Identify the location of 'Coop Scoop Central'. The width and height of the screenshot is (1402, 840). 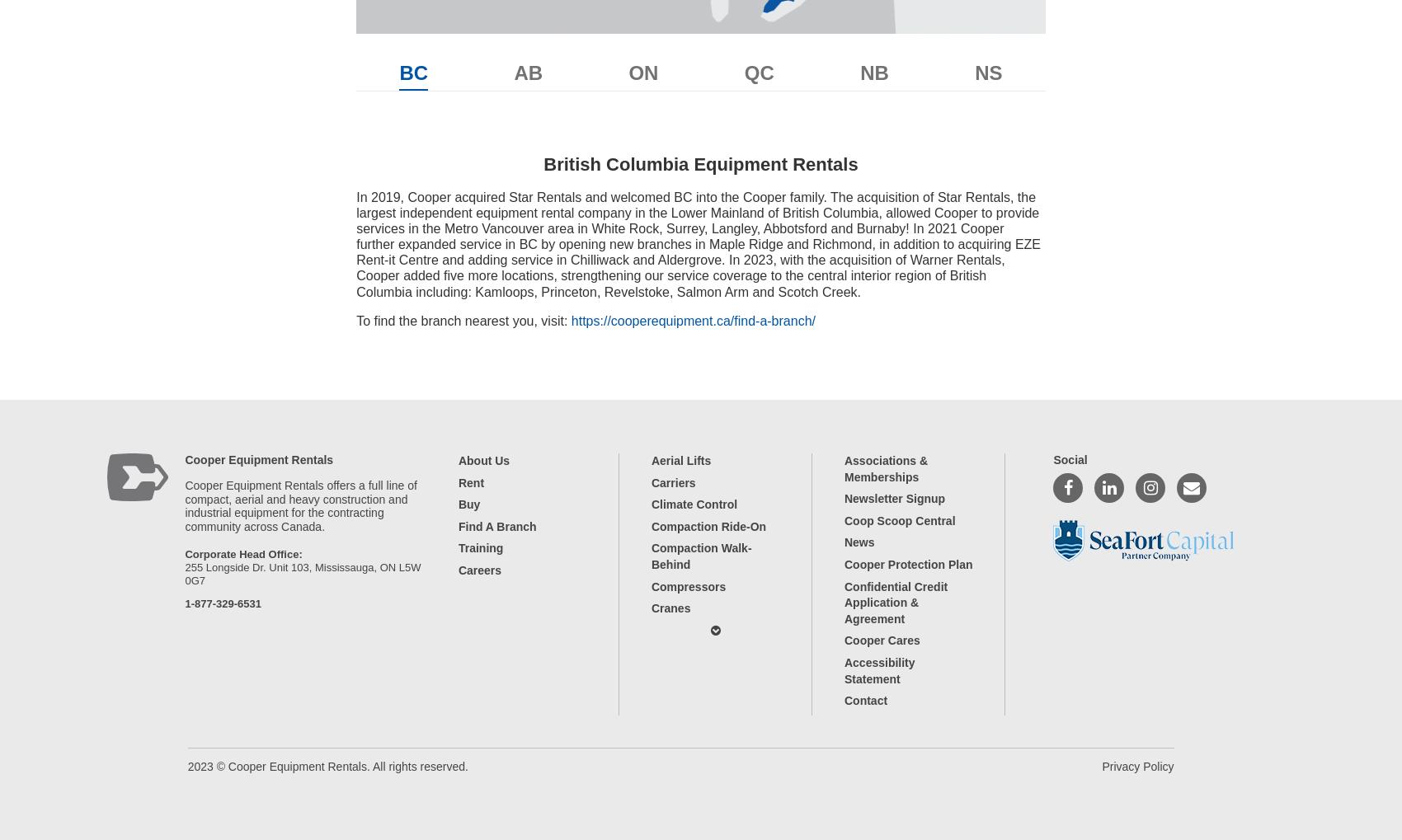
(899, 519).